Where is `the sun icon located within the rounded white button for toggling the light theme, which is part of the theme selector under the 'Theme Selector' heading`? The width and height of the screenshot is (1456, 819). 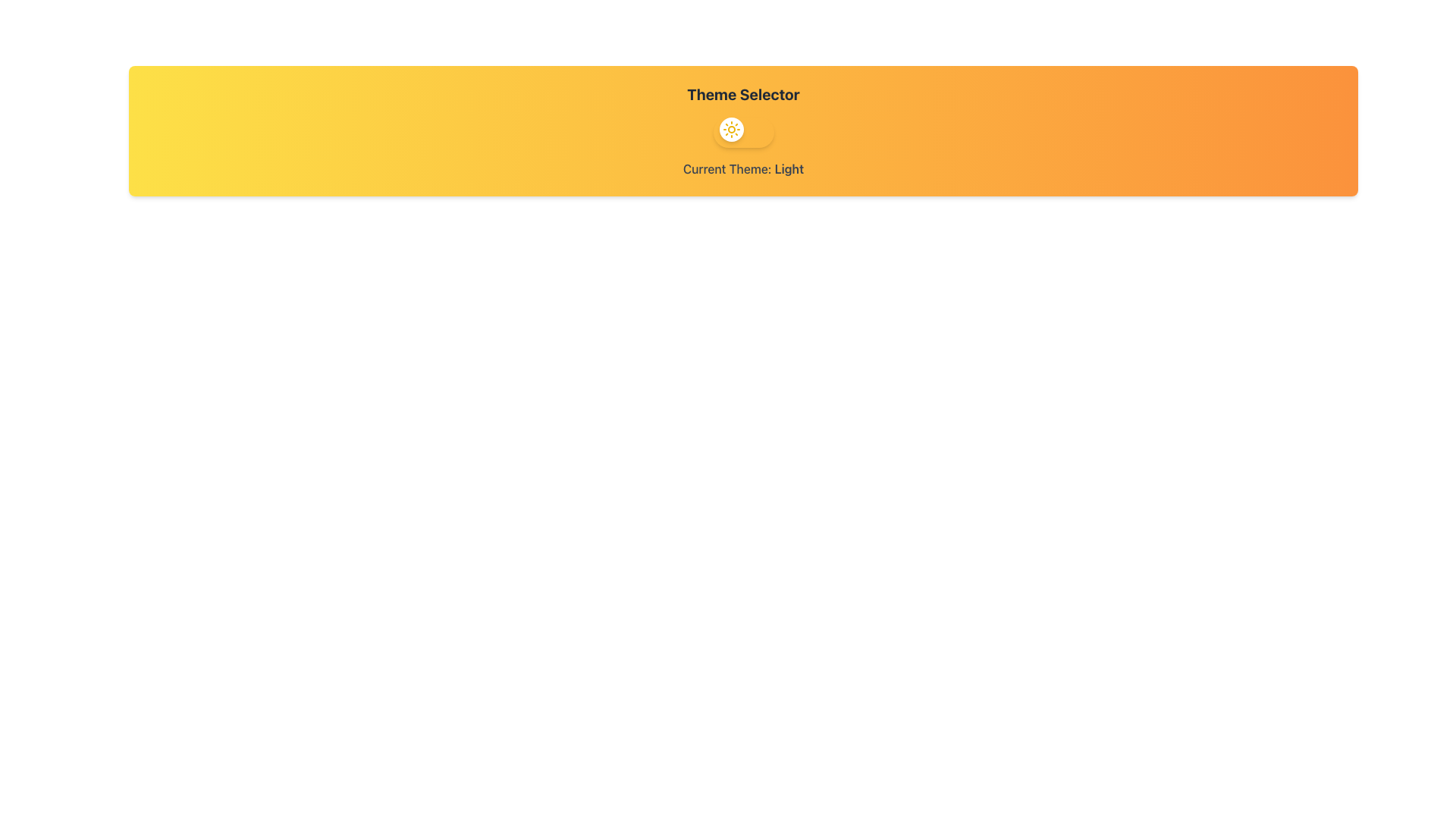 the sun icon located within the rounded white button for toggling the light theme, which is part of the theme selector under the 'Theme Selector' heading is located at coordinates (731, 128).